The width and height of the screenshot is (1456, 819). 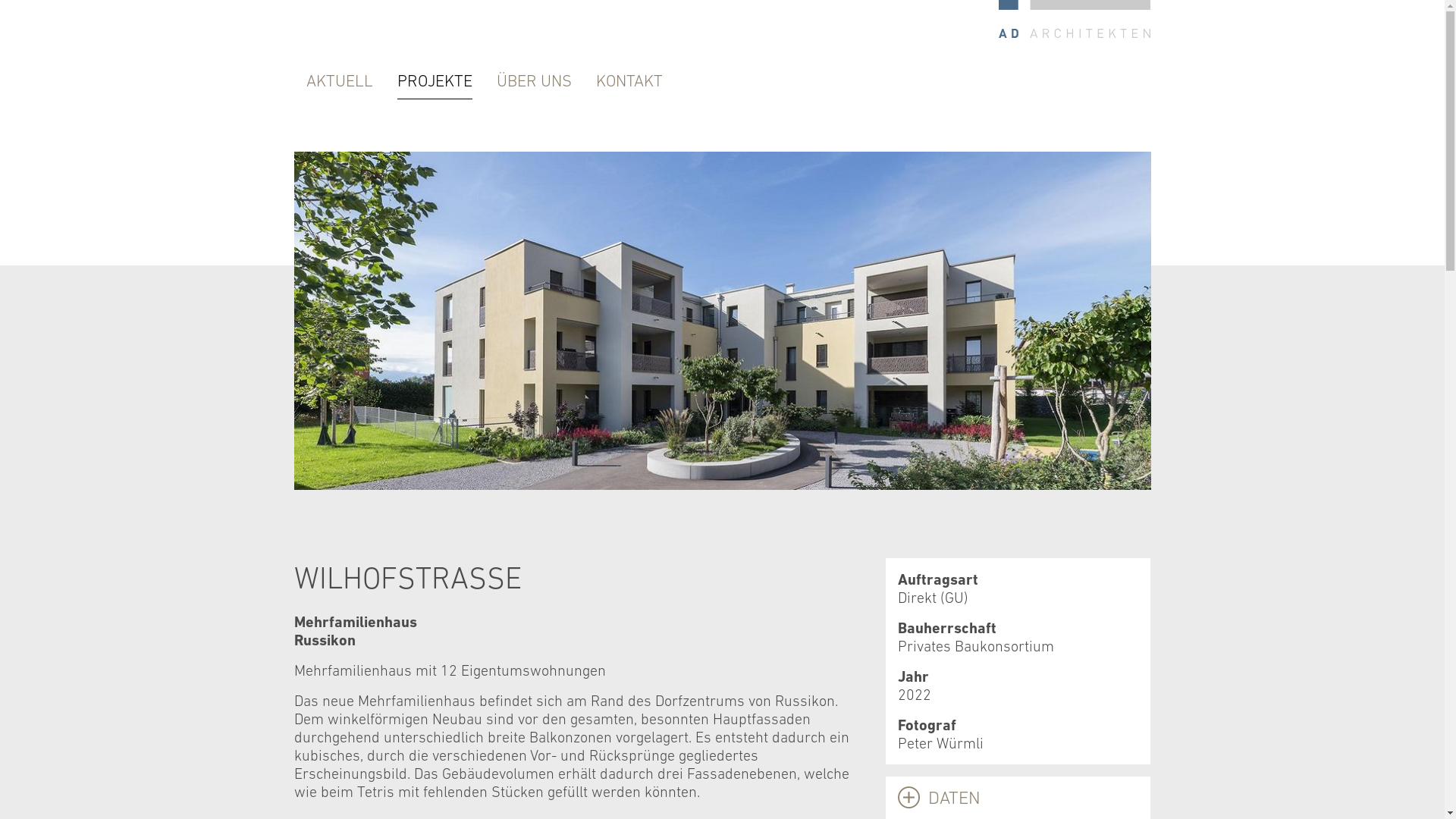 I want to click on 'DATEN', so click(x=1018, y=797).